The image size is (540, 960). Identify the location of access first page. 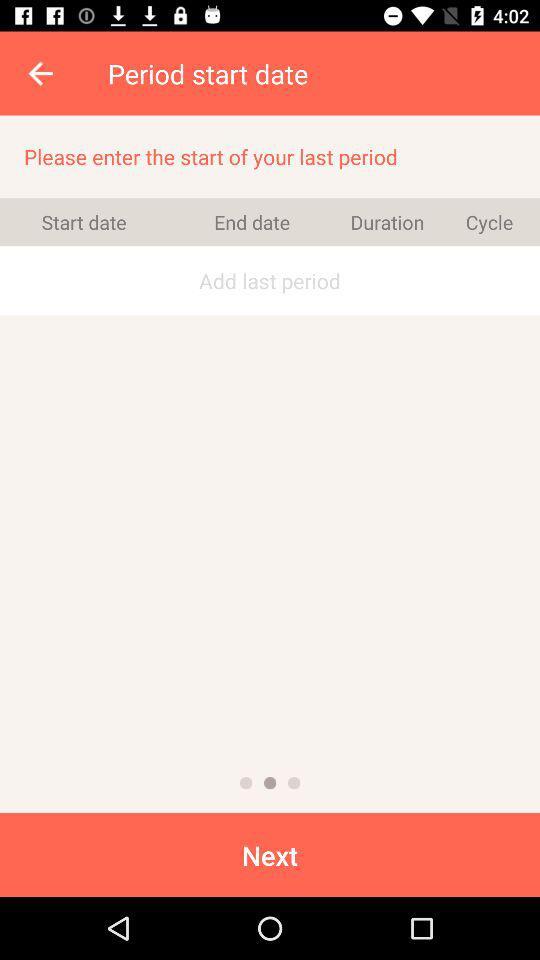
(246, 783).